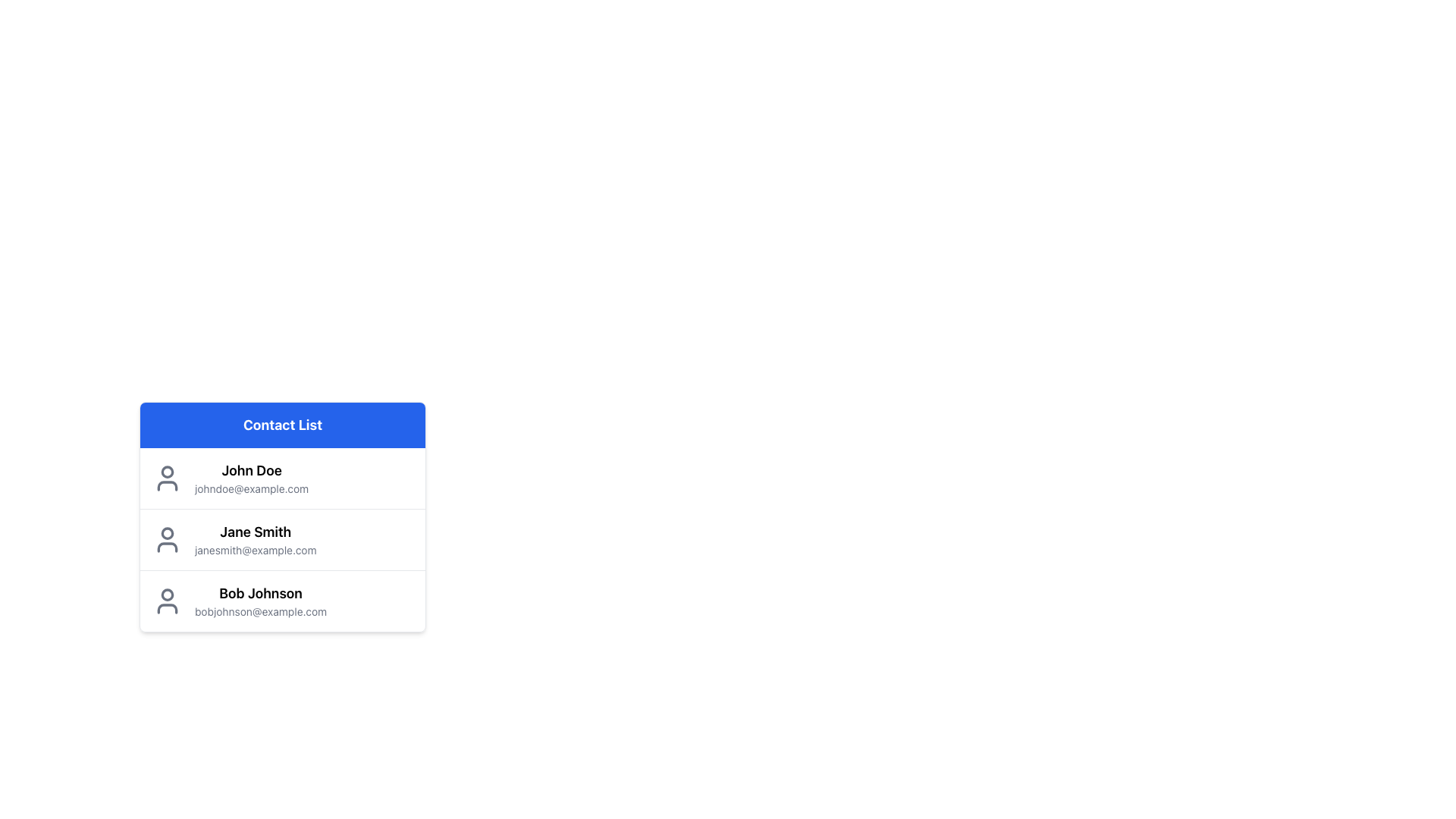  Describe the element at coordinates (167, 470) in the screenshot. I see `the circular part of the user profile icon next to the name 'John Doe' in the contact list` at that location.